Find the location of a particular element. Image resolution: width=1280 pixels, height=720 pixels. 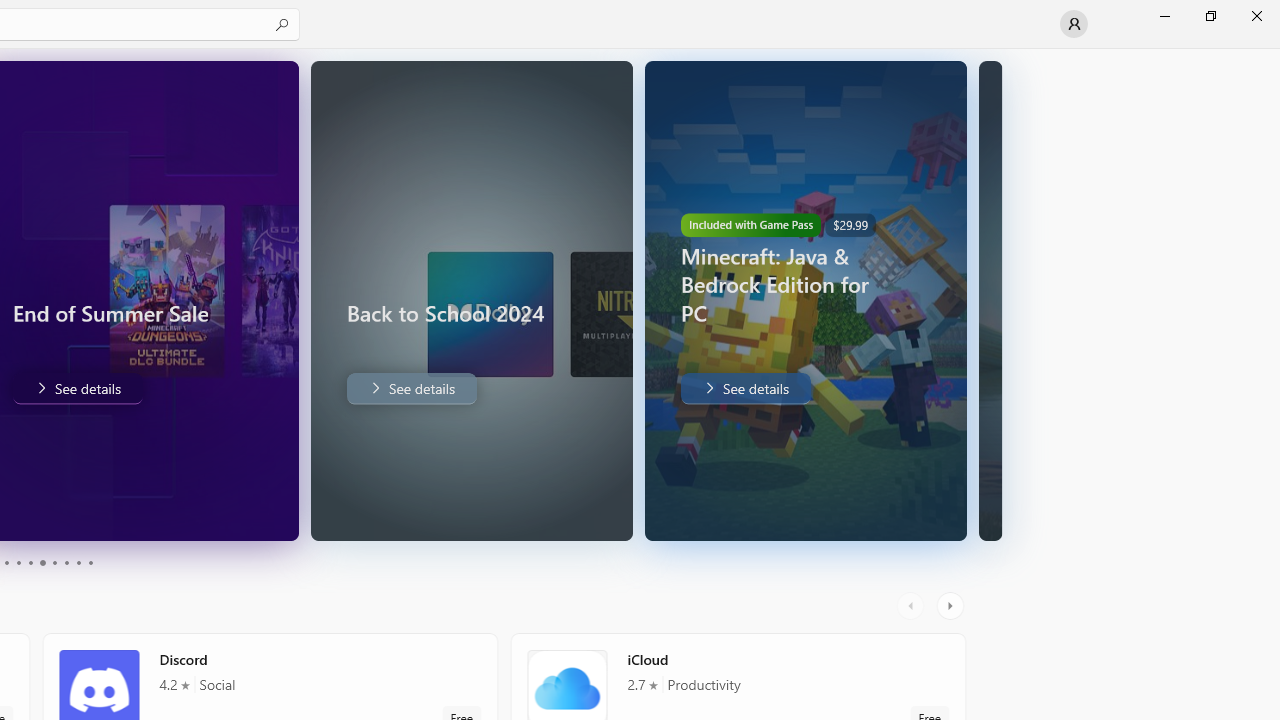

'Page 8' is located at coordinates (65, 563).